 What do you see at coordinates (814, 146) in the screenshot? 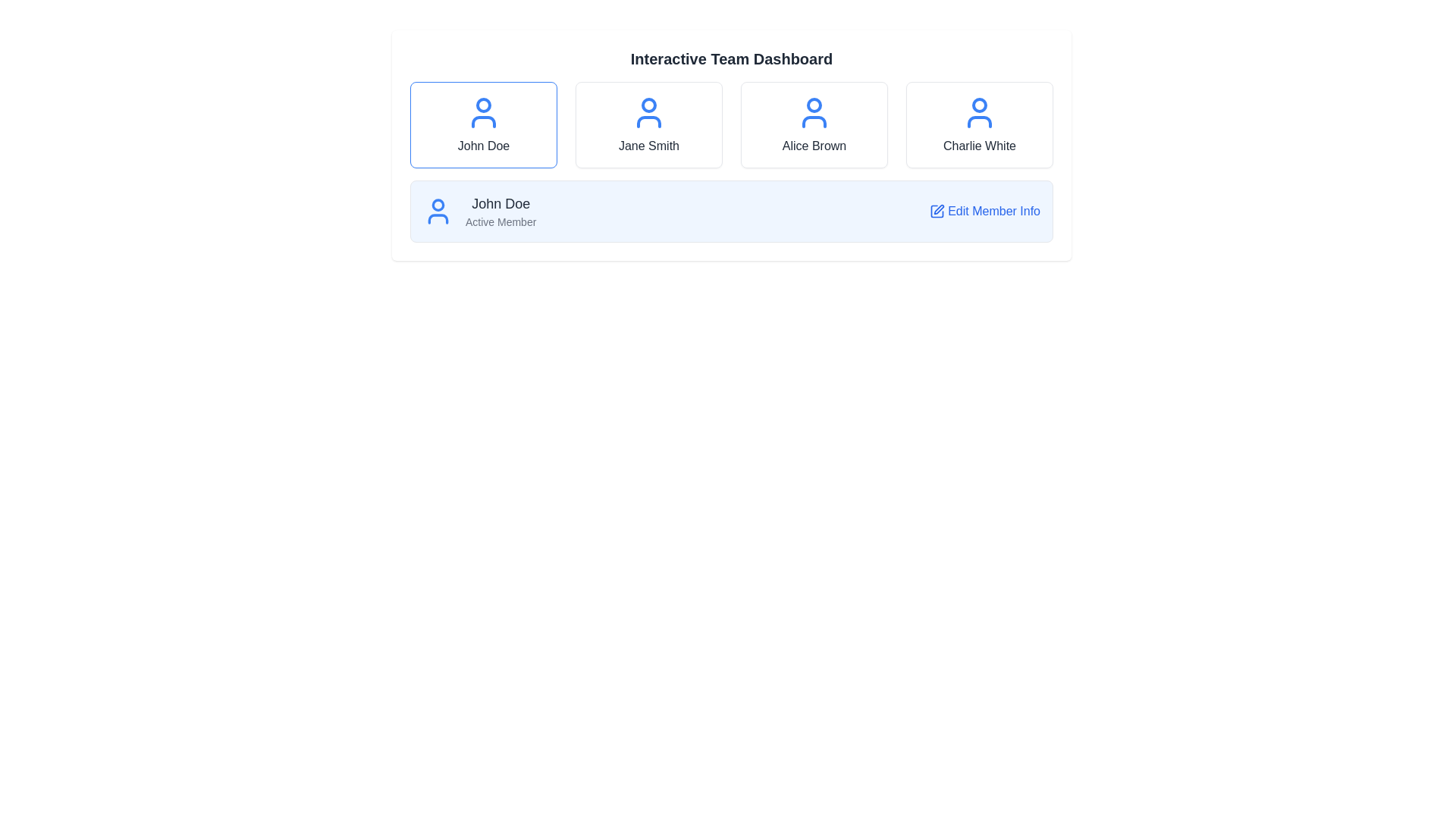
I see `text content of the label displaying 'Alice Brown', located beneath an icon within the card labeled 'Alice Brown' in the third box of the interactive team dashboard` at bounding box center [814, 146].